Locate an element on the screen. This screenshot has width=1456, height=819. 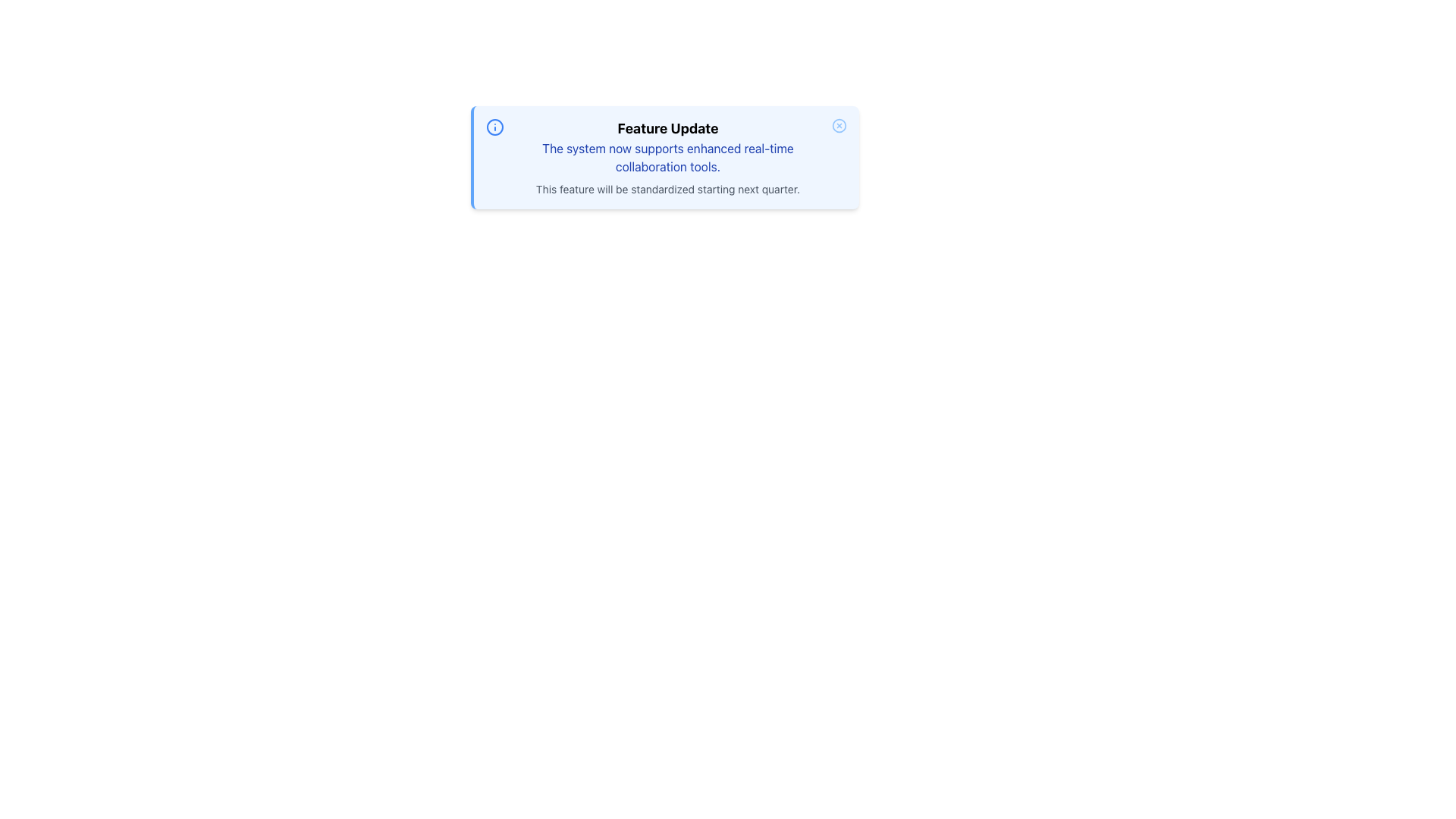
the icon located at the top-left corner of the notification box titled 'Feature Update', which visually identifies the type of information it contains is located at coordinates (494, 127).